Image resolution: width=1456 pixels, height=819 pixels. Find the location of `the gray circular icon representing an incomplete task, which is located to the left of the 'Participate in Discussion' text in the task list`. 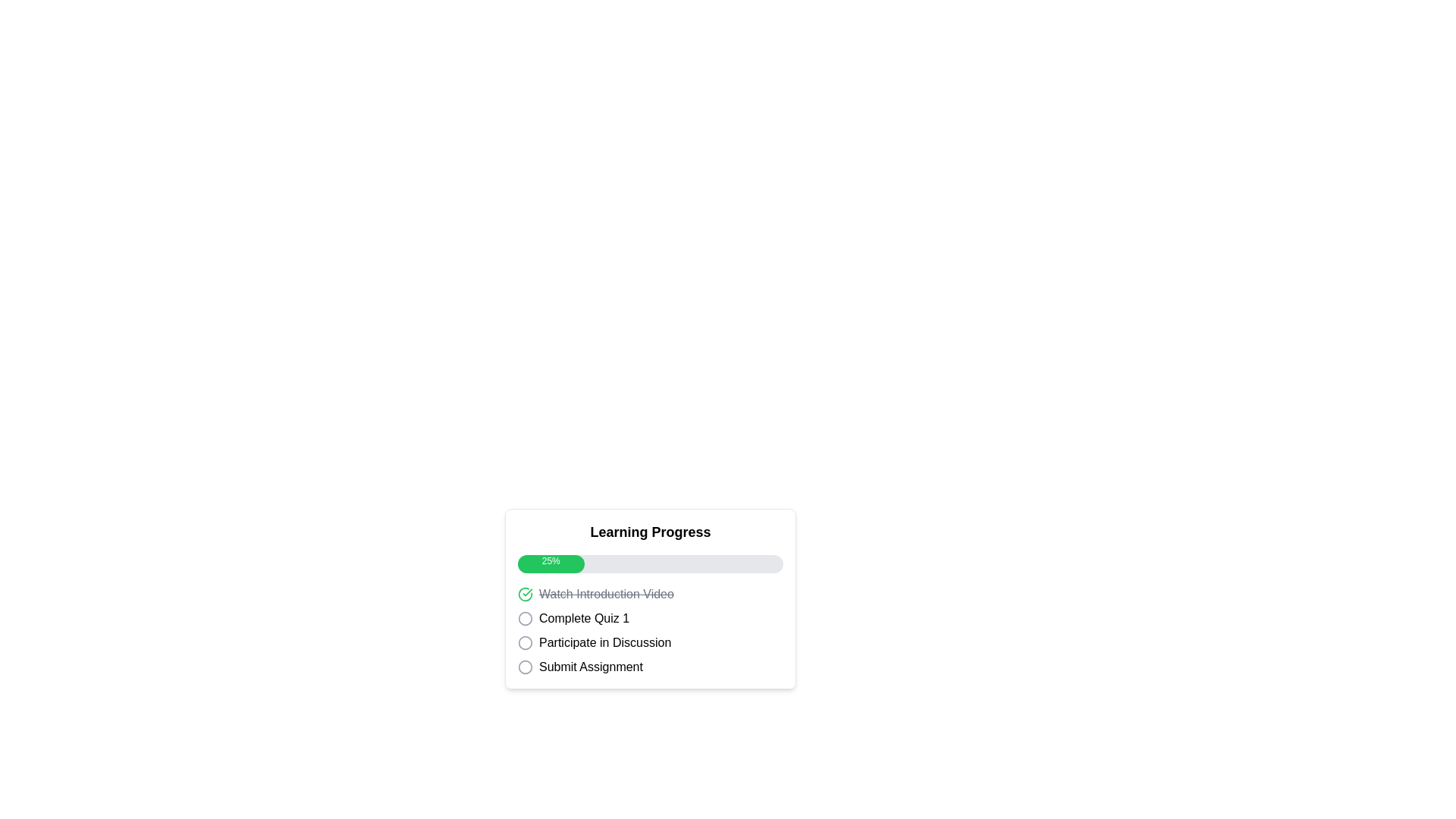

the gray circular icon representing an incomplete task, which is located to the left of the 'Participate in Discussion' text in the task list is located at coordinates (525, 643).